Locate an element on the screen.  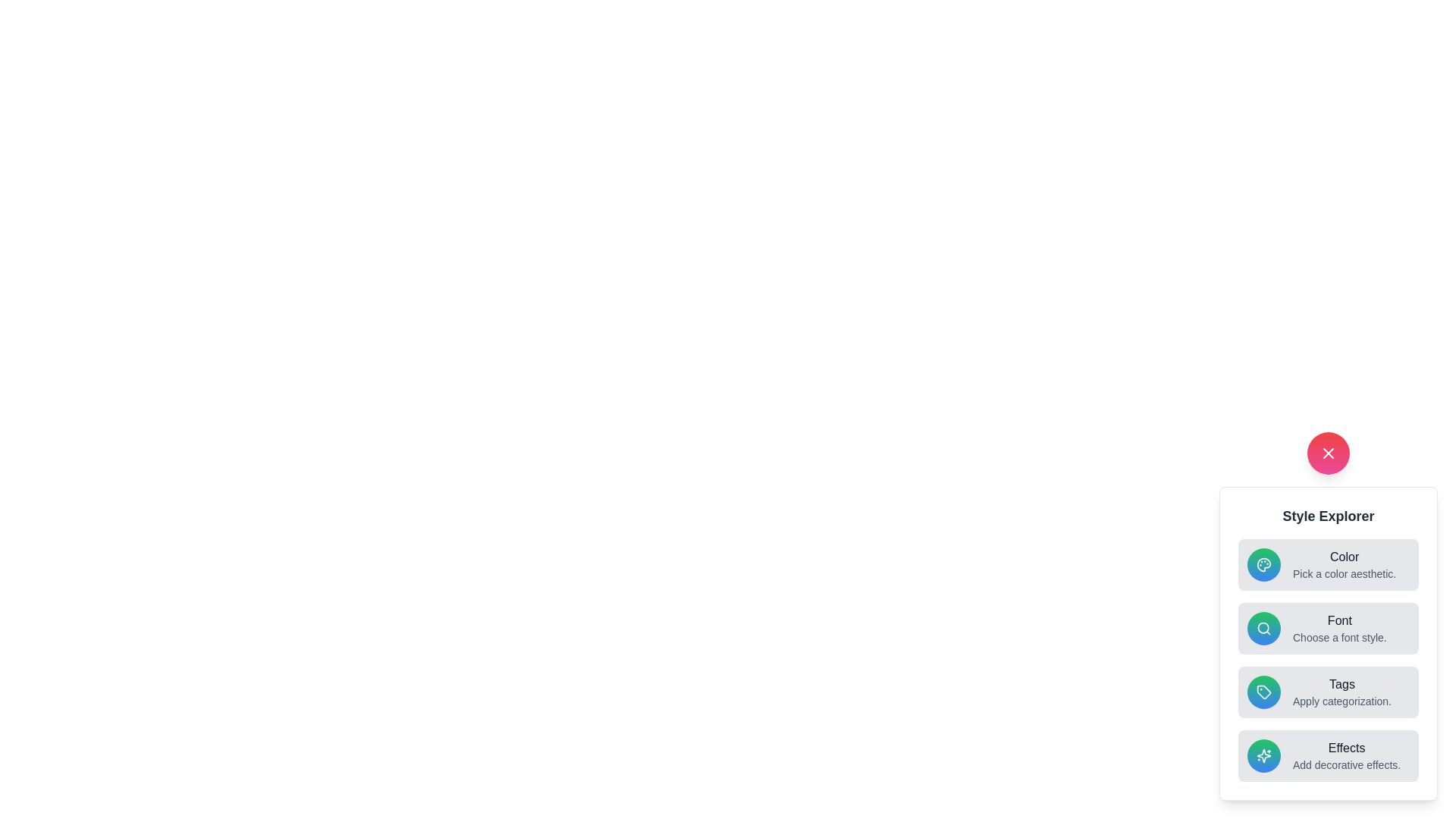
the style option labeled Color to view its hover effect is located at coordinates (1328, 564).